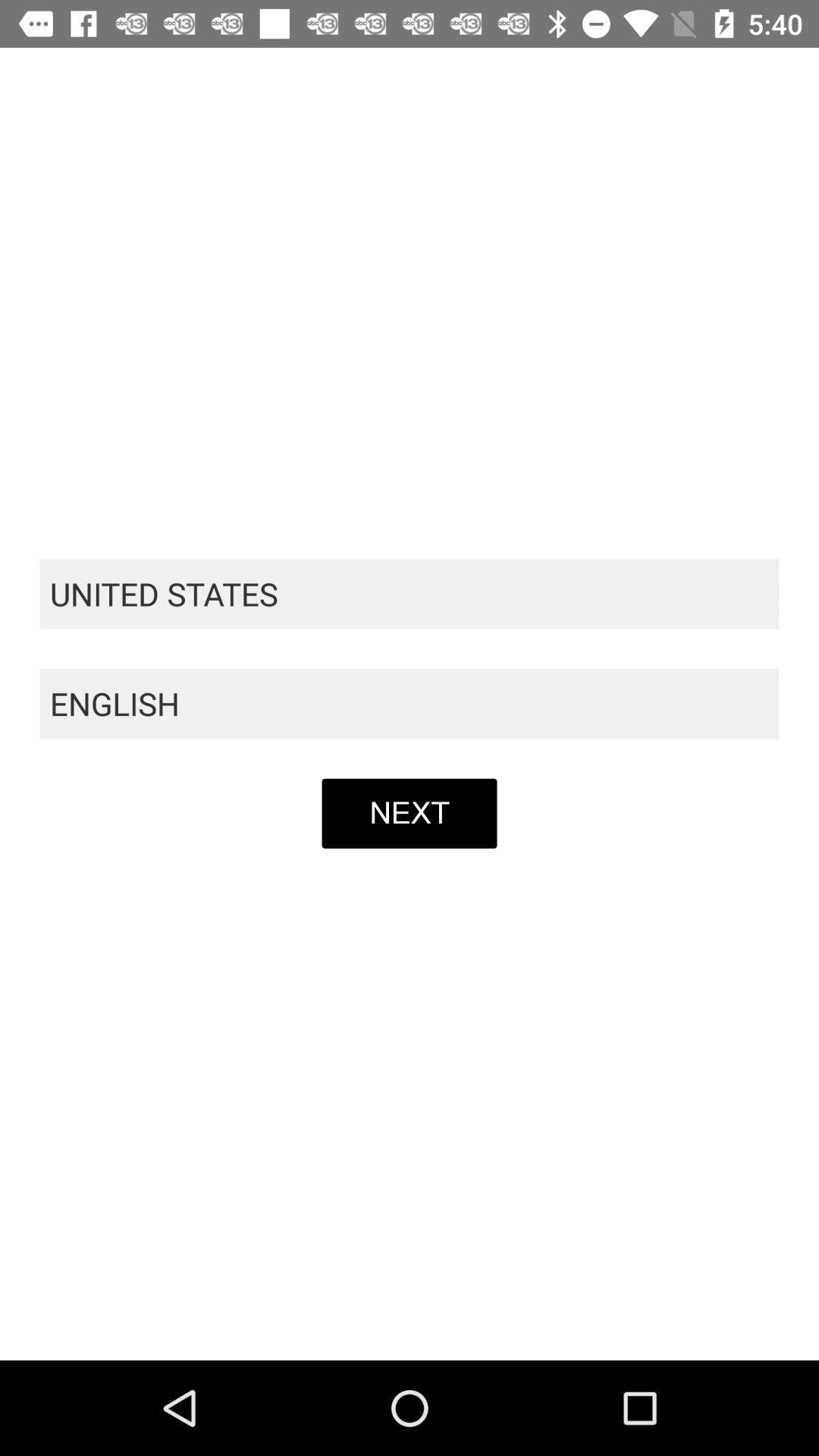 Image resolution: width=819 pixels, height=1456 pixels. What do you see at coordinates (409, 703) in the screenshot?
I see `the item above next icon` at bounding box center [409, 703].